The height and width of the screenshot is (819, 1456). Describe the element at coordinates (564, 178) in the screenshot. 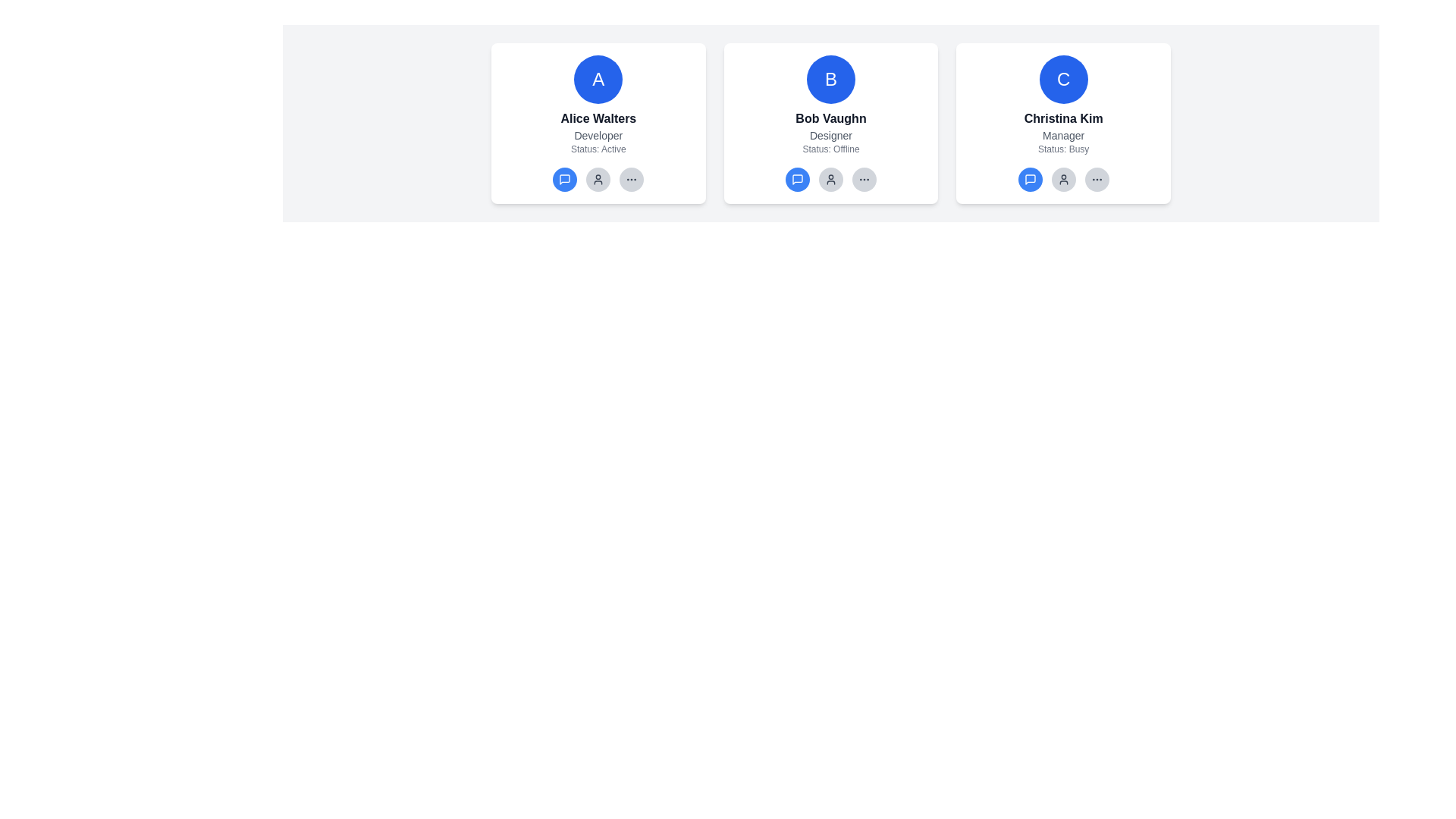

I see `the circular chat button with a speech bubble icon for 'Alice Walters' to observe its hover effect` at that location.